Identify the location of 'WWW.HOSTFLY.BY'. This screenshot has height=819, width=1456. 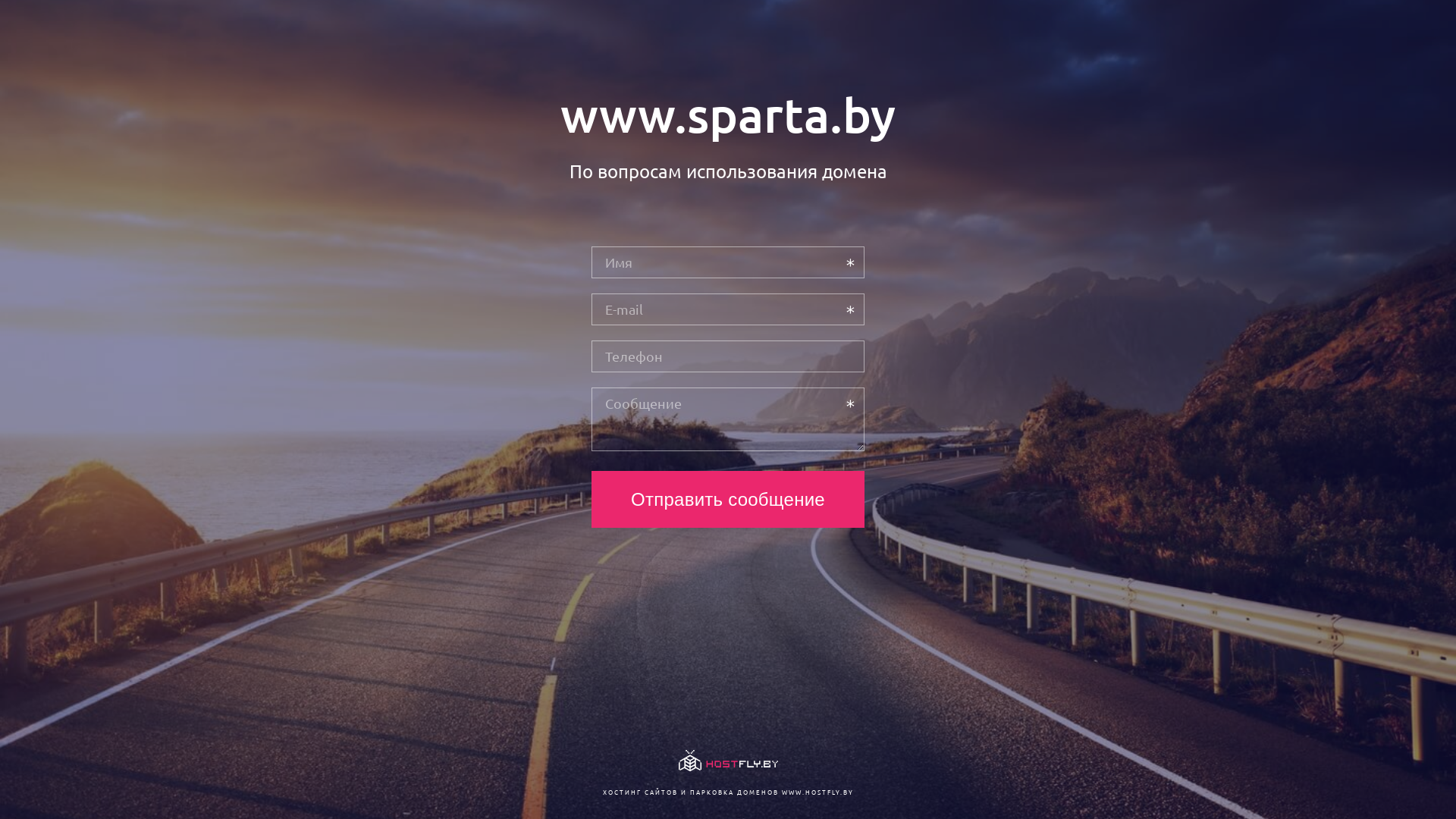
(816, 791).